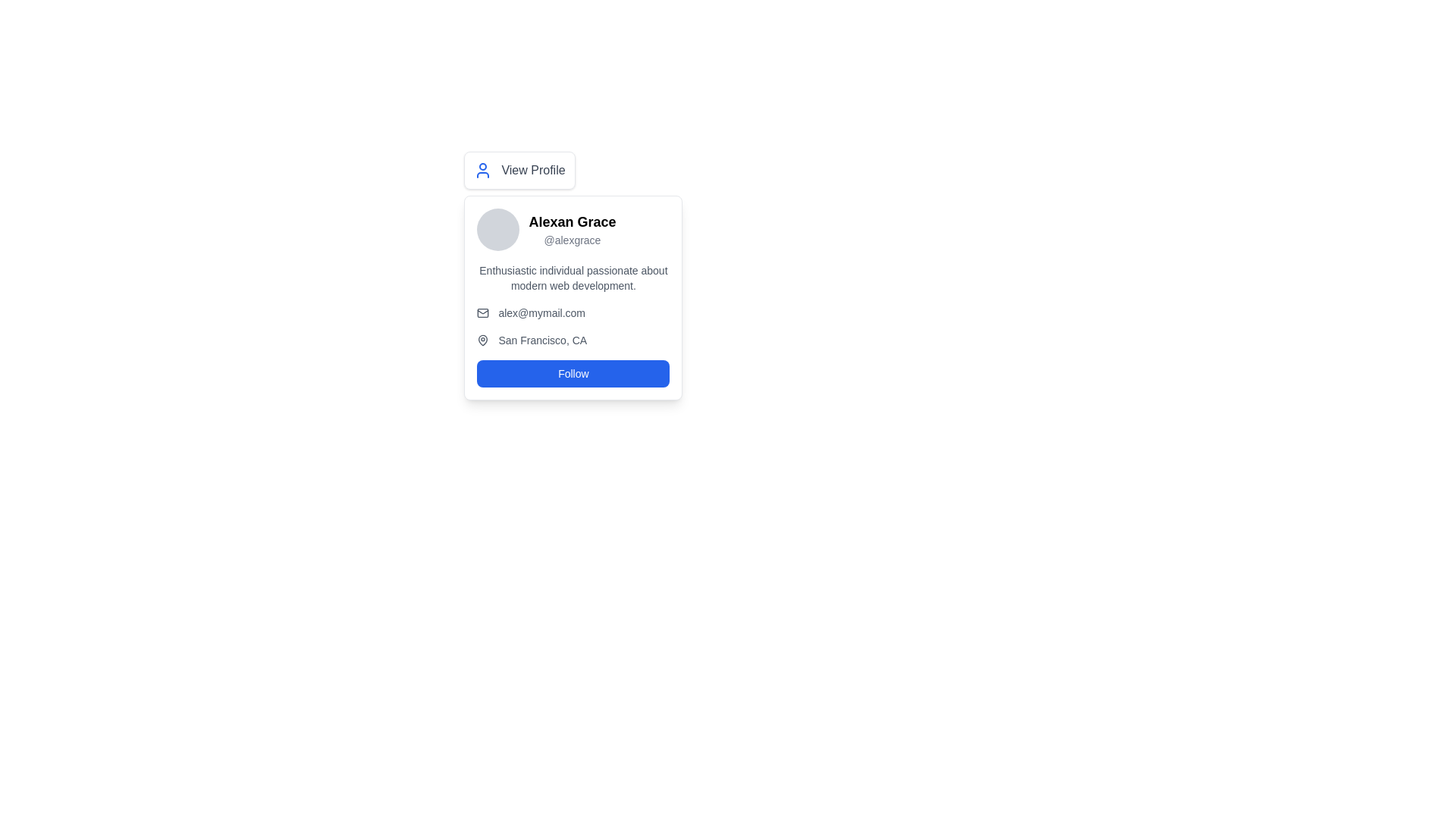 This screenshot has height=819, width=1456. I want to click on the non-interactive SVG email icon component, which is a rectangular shape with rounded corners located to the left of the email address 'alex@mymail.com' in the user profile card, so click(482, 312).